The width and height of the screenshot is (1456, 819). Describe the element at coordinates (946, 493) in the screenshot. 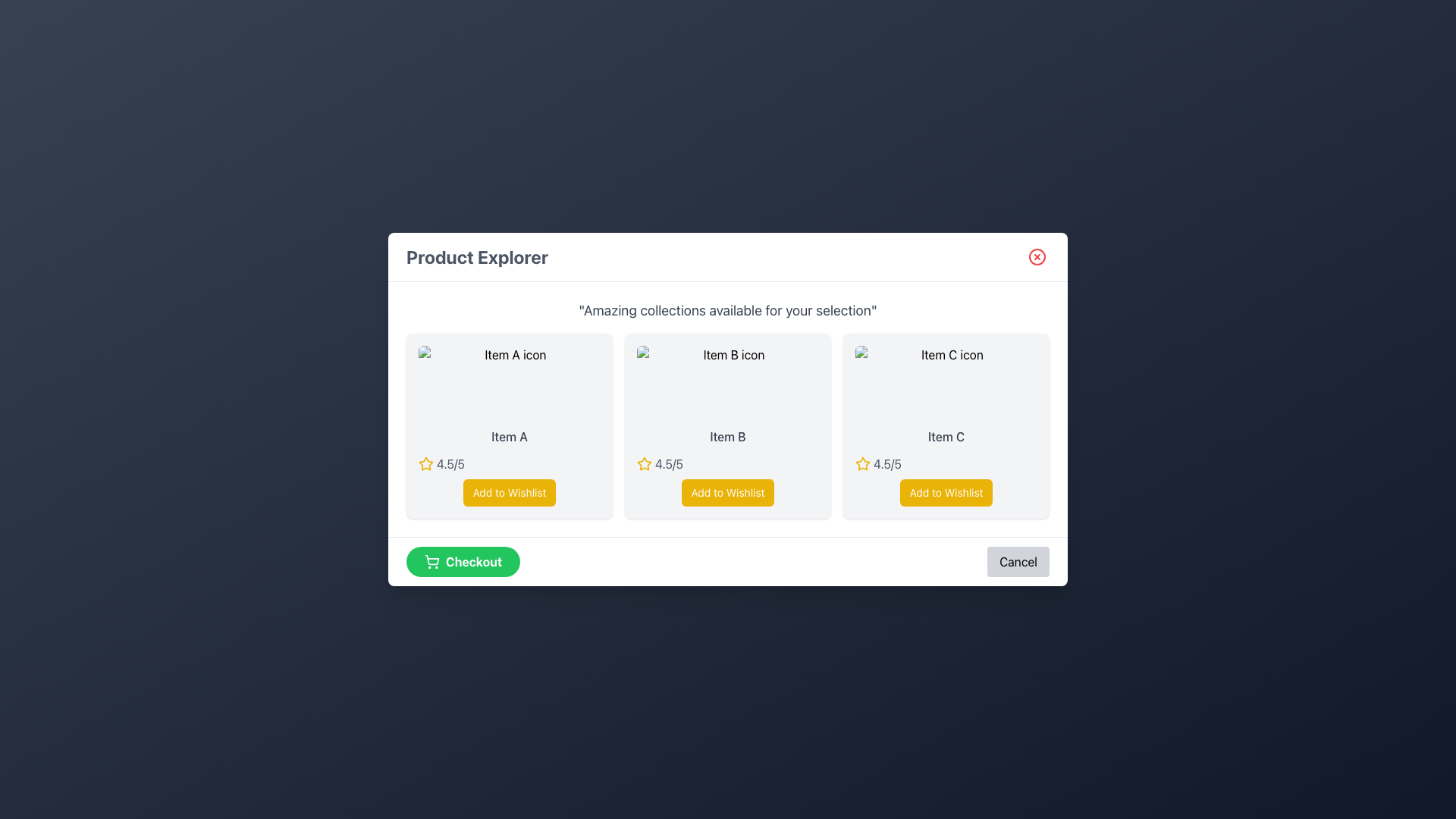

I see `the fourth interactive button within the card for 'Item C'` at that location.